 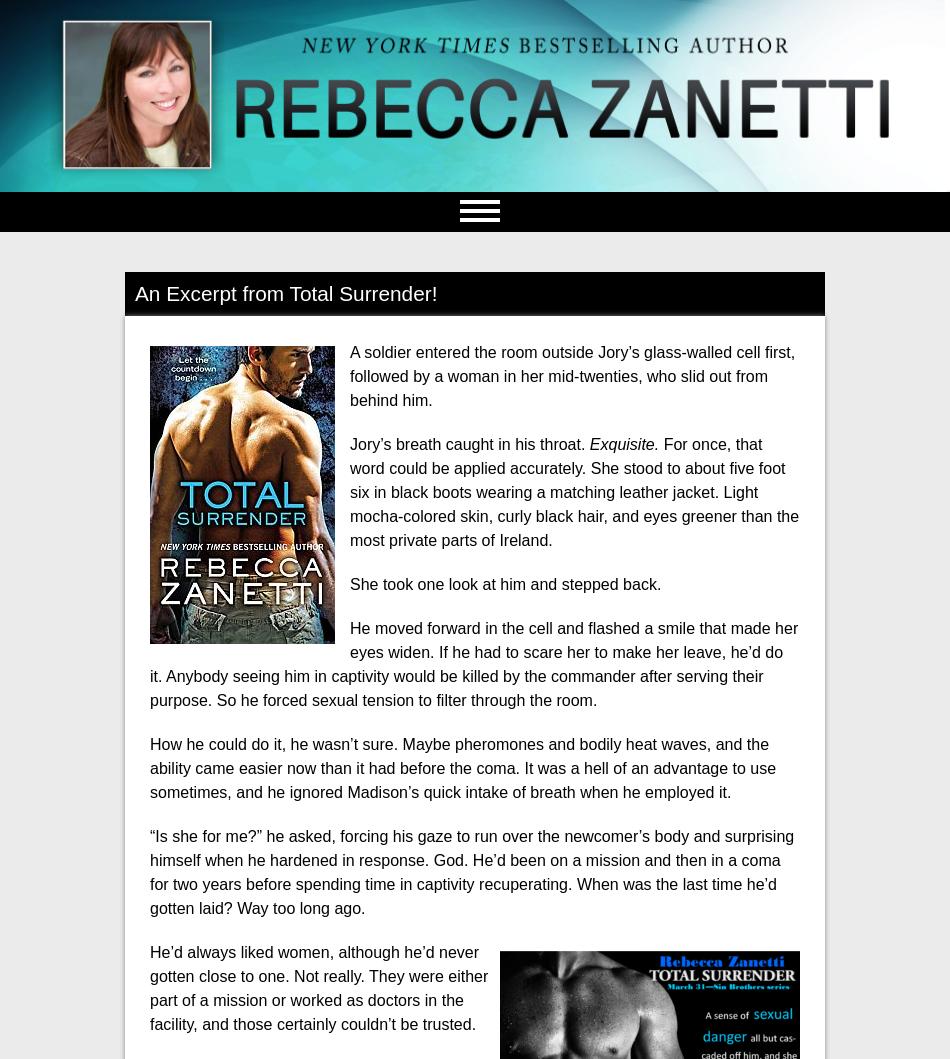 What do you see at coordinates (572, 374) in the screenshot?
I see `'A soldier entered the room outside Jory’s glass-walled cell first, followed by a woman in her mid-twenties, who slid out from behind him.'` at bounding box center [572, 374].